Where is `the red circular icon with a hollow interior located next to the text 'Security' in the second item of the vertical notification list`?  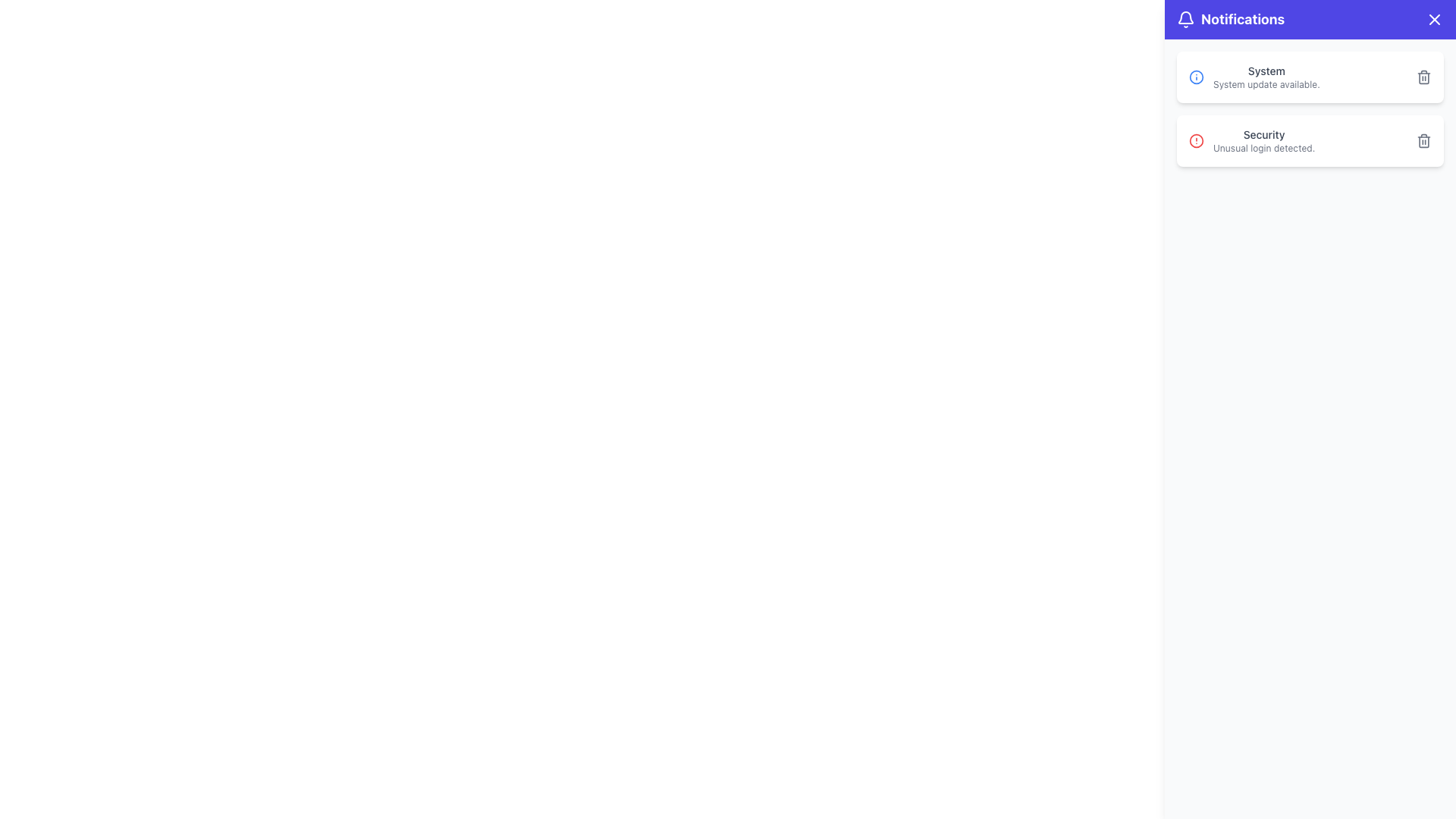
the red circular icon with a hollow interior located next to the text 'Security' in the second item of the vertical notification list is located at coordinates (1196, 140).